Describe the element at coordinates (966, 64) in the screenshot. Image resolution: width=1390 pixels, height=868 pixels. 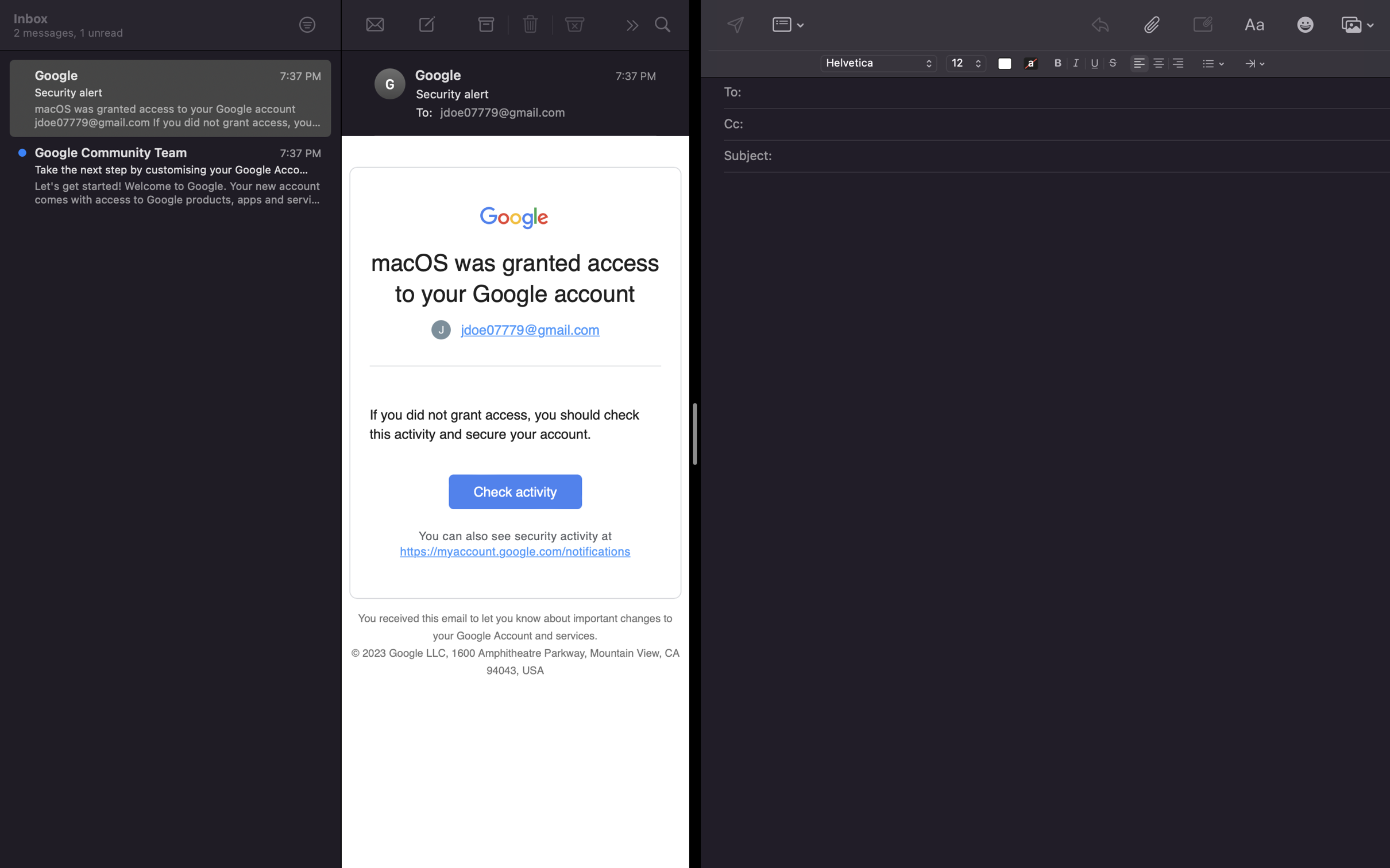
I see `Make the font size 12` at that location.